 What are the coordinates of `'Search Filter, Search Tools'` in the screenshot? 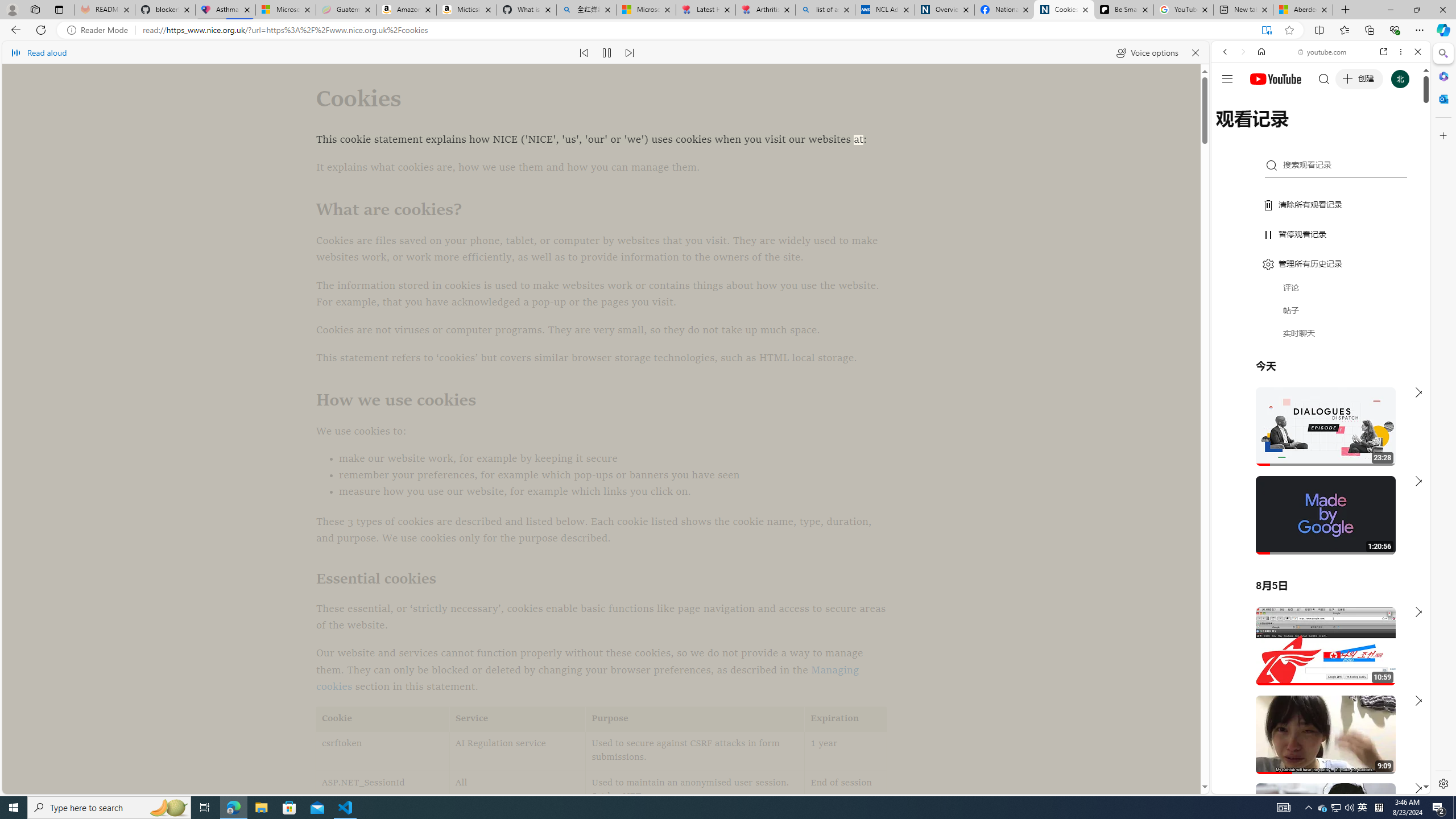 It's located at (1350, 129).